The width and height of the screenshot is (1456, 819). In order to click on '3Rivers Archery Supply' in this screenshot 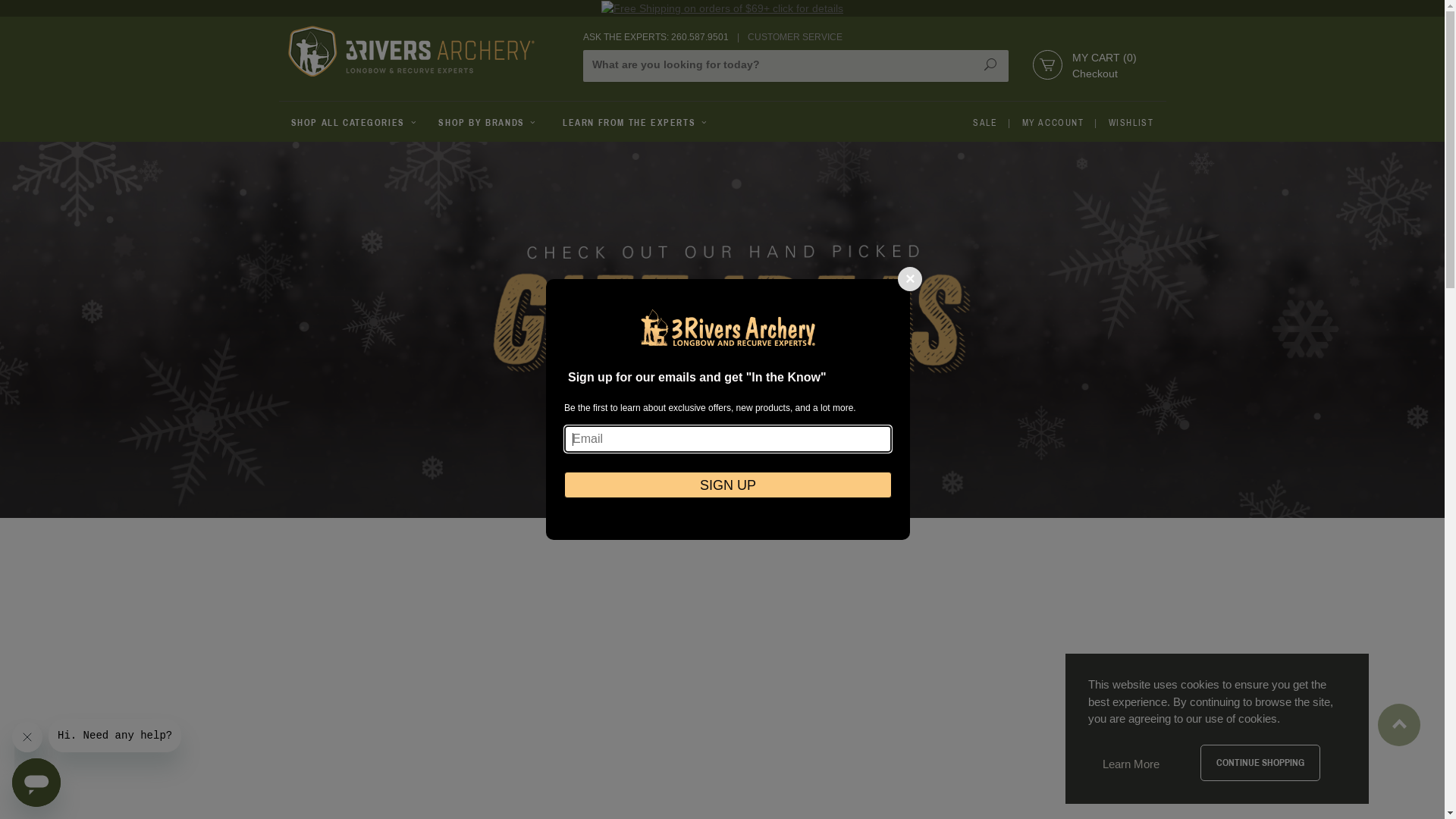, I will do `click(411, 50)`.